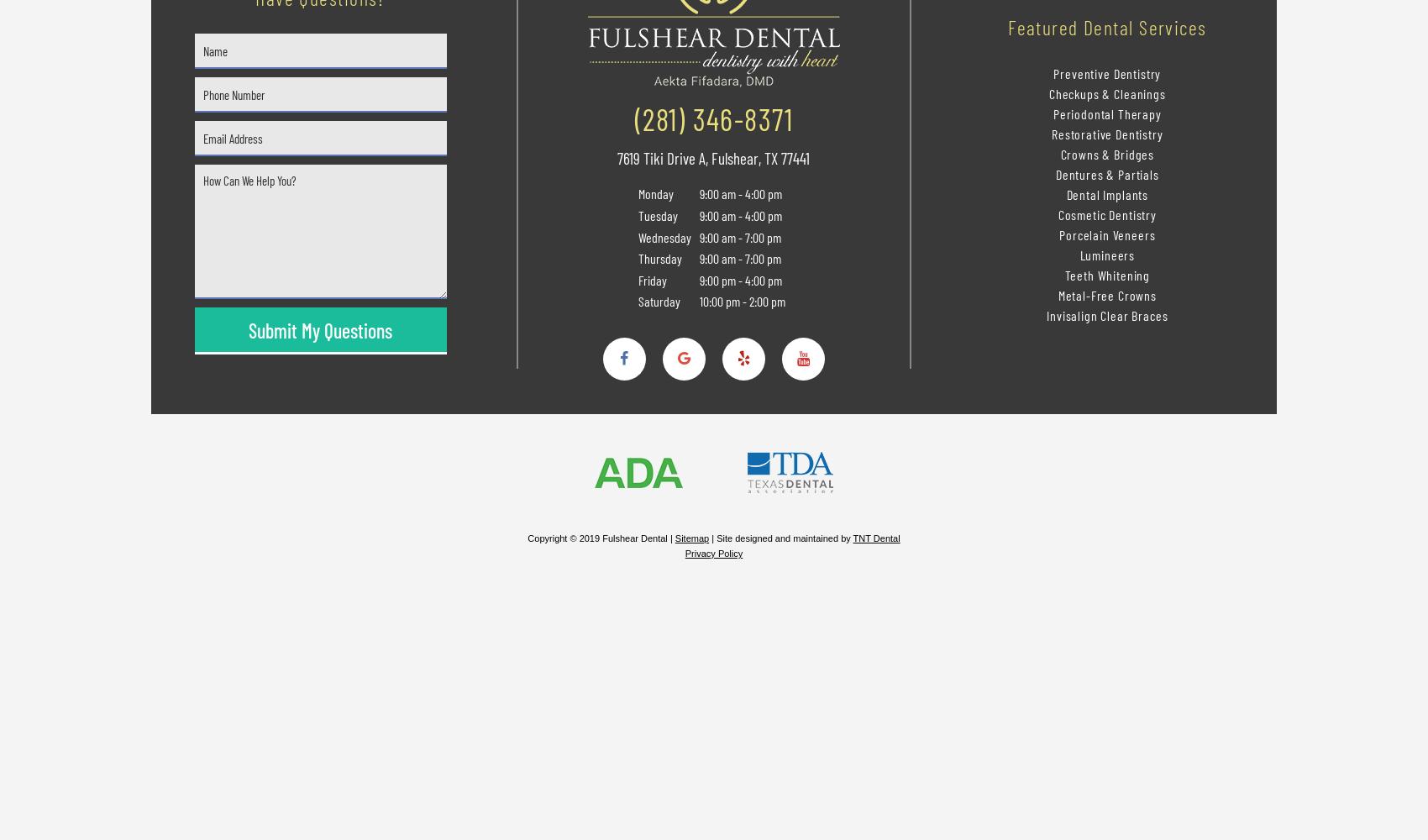 Image resolution: width=1428 pixels, height=840 pixels. What do you see at coordinates (654, 192) in the screenshot?
I see `'Monday'` at bounding box center [654, 192].